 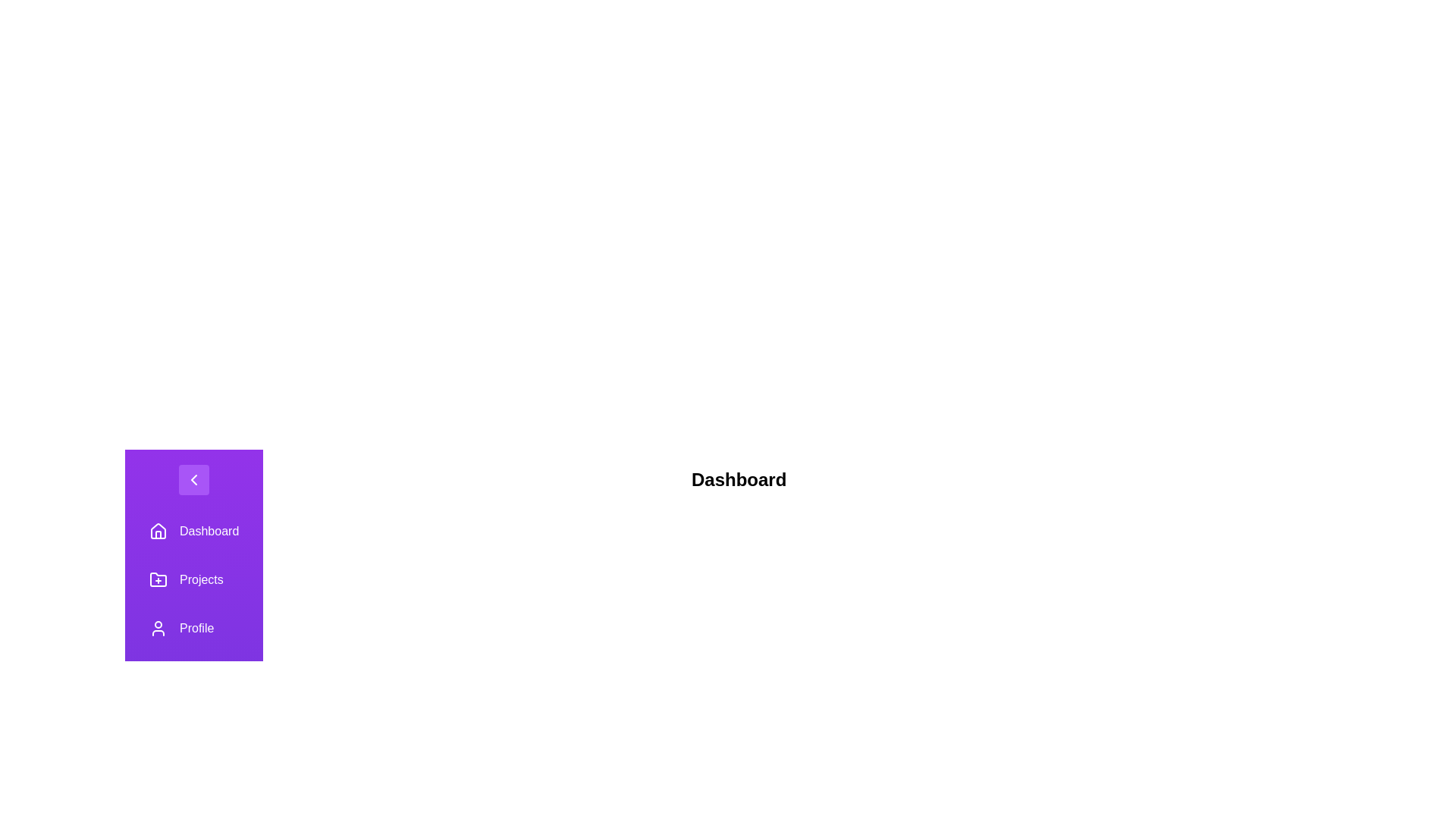 I want to click on the leftward-pointing chevron icon within the purple rounded rectangular button located near the top-left corner of the vertical navigation menu, so click(x=193, y=479).